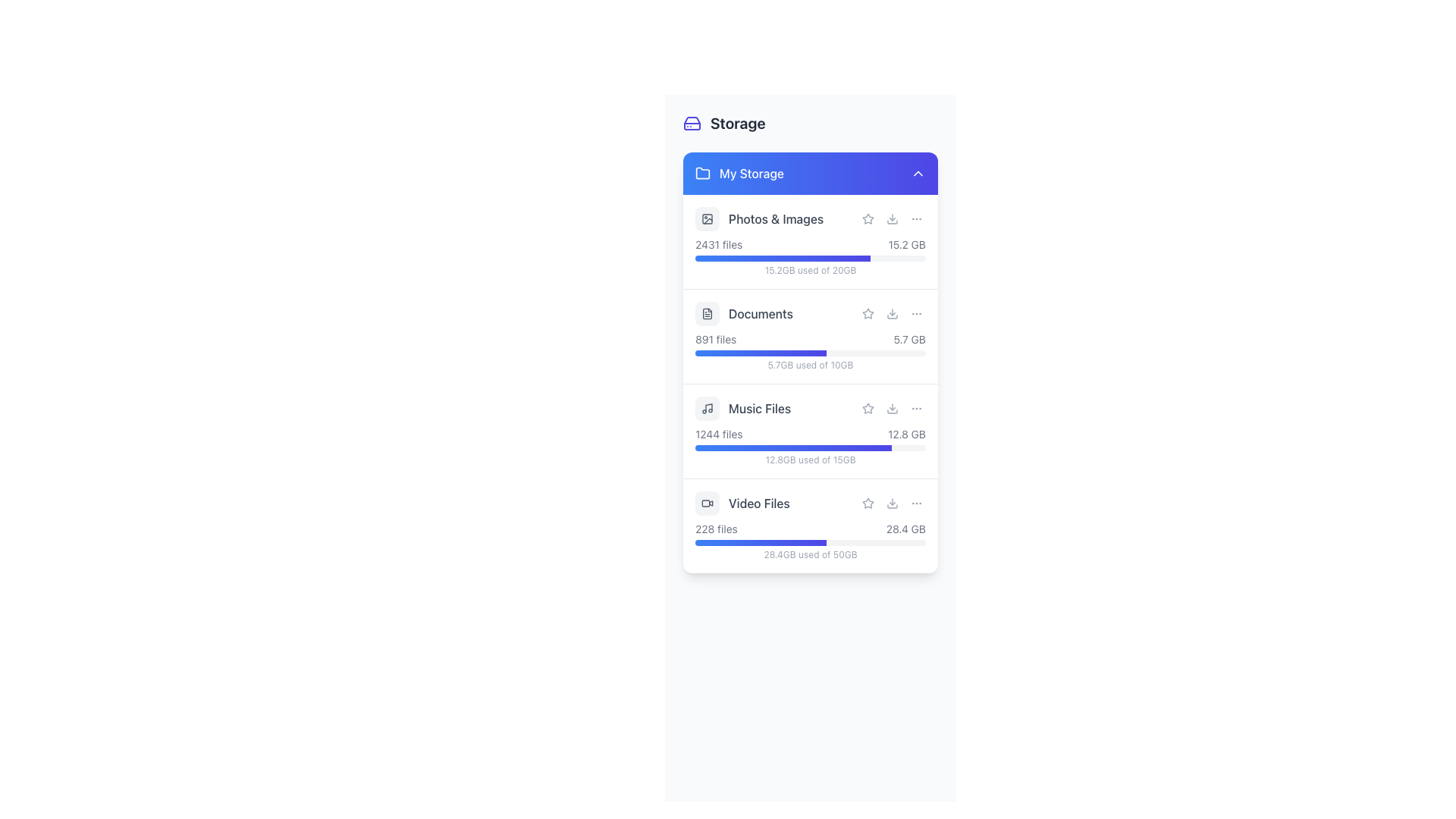 This screenshot has width=1456, height=819. Describe the element at coordinates (810, 366) in the screenshot. I see `text label displaying '5.7GB used of 10GB', which is a small gray font located below the progress bar in the 'Documents' section` at that location.